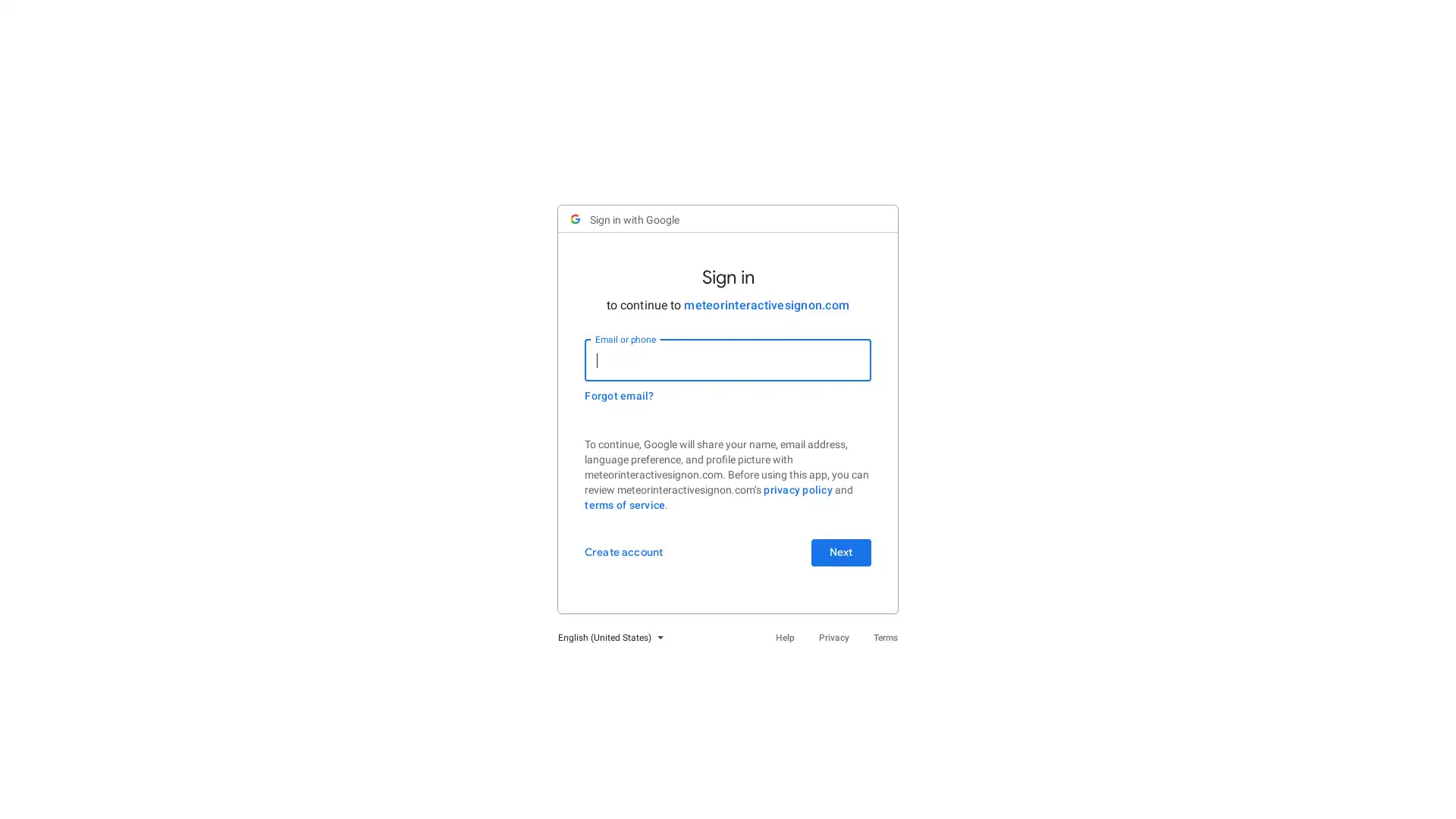 The width and height of the screenshot is (1456, 819). Describe the element at coordinates (623, 397) in the screenshot. I see `Forgot email?` at that location.